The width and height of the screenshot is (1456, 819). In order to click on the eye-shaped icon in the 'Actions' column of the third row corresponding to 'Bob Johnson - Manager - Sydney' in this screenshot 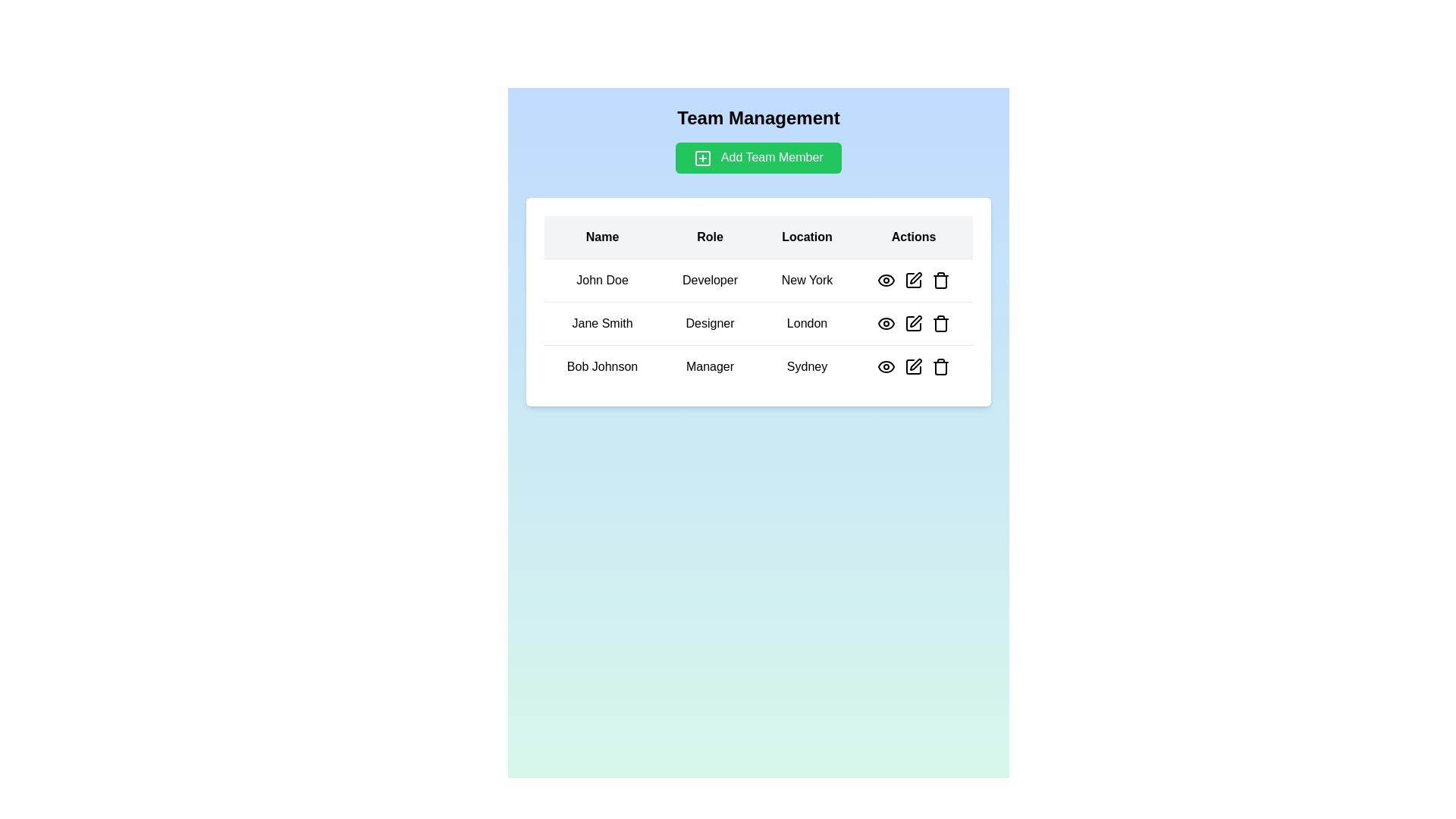, I will do `click(886, 366)`.